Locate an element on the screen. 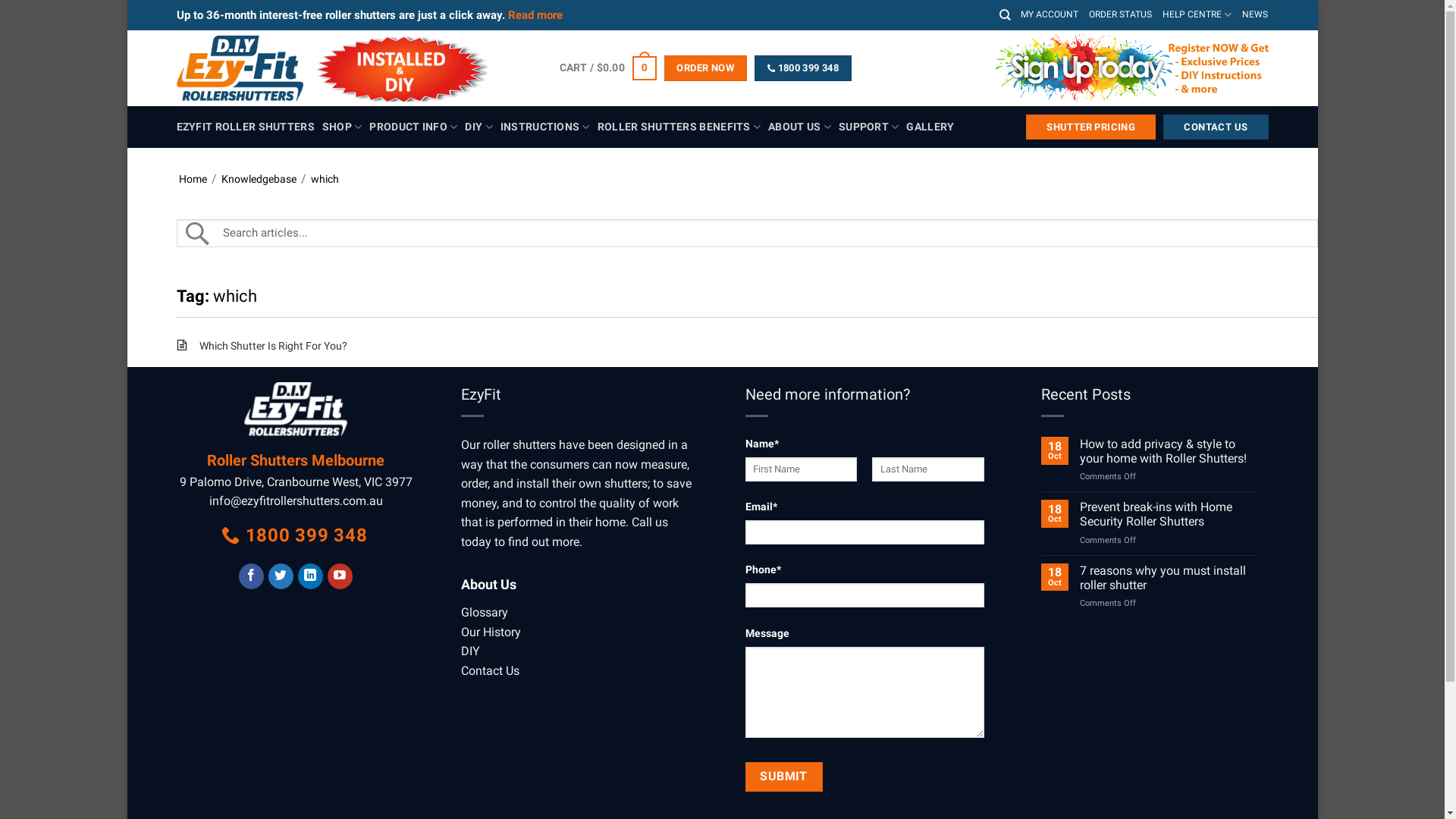 This screenshot has width=1456, height=819. 'MY ACCOUNT' is located at coordinates (1048, 14).